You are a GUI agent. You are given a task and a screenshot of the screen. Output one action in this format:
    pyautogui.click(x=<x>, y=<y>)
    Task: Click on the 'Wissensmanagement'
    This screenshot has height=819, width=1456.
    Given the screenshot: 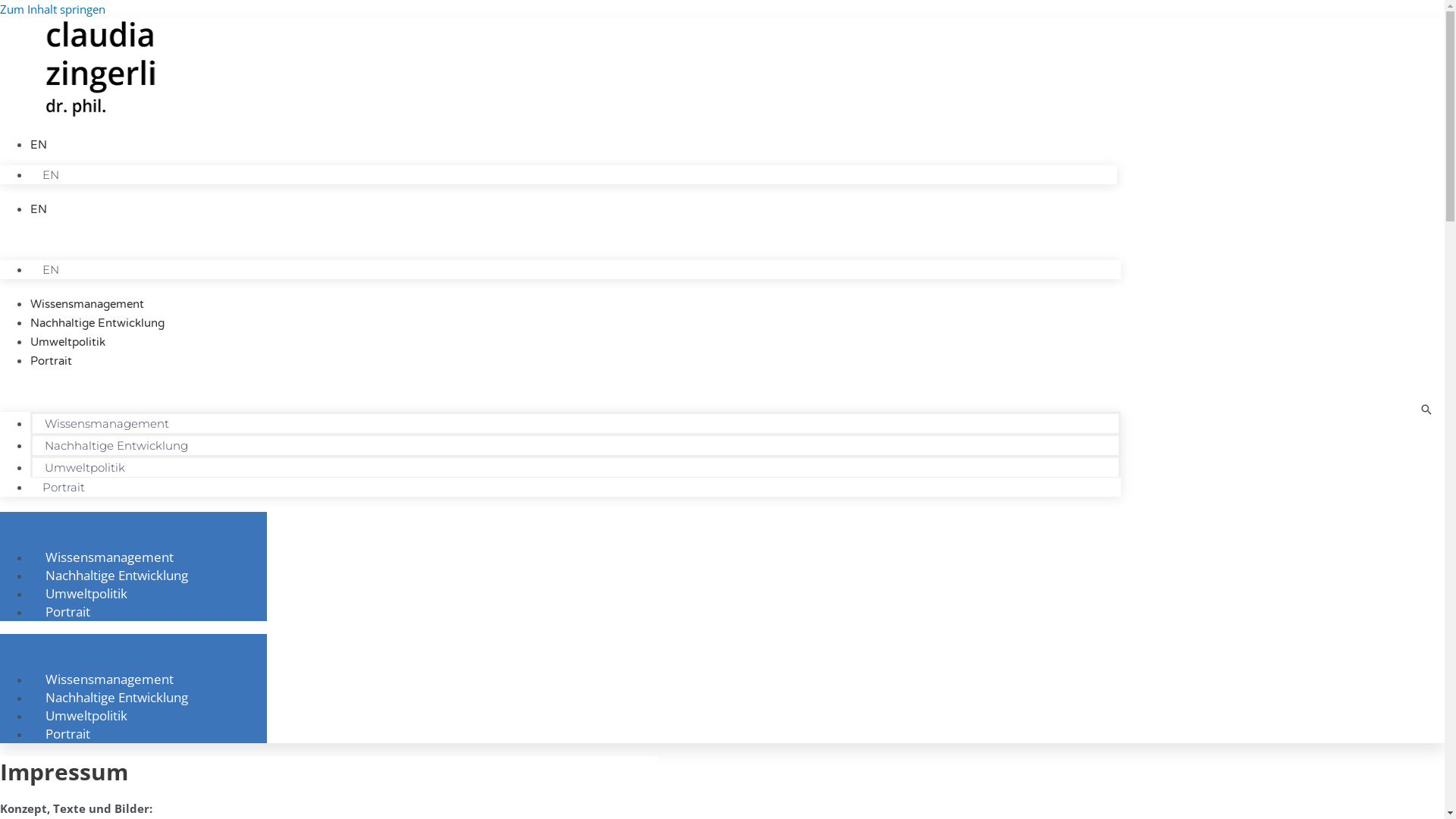 What is the action you would take?
    pyautogui.click(x=105, y=423)
    